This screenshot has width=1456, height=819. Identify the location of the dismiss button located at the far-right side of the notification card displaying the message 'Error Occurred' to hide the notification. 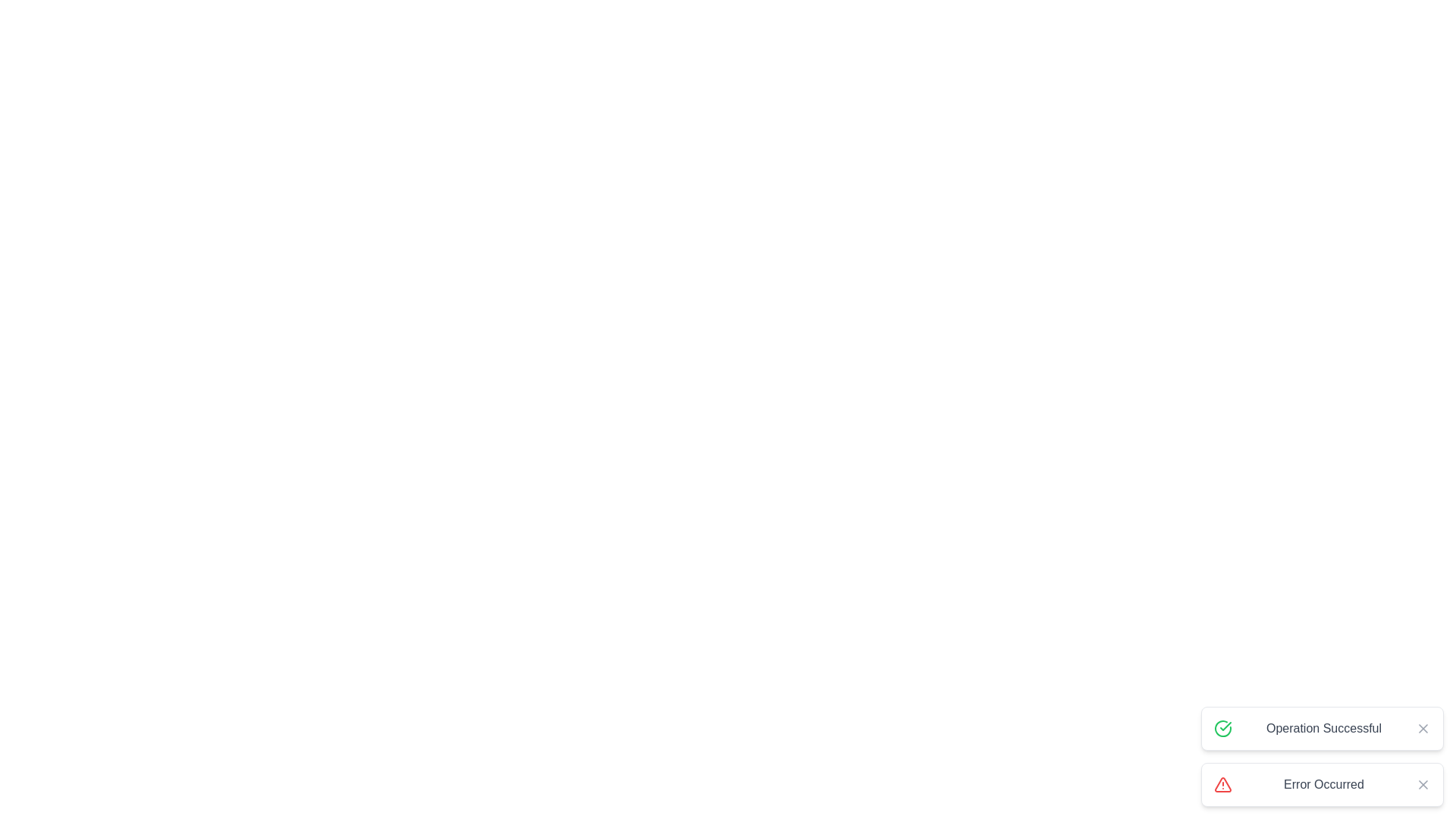
(1422, 784).